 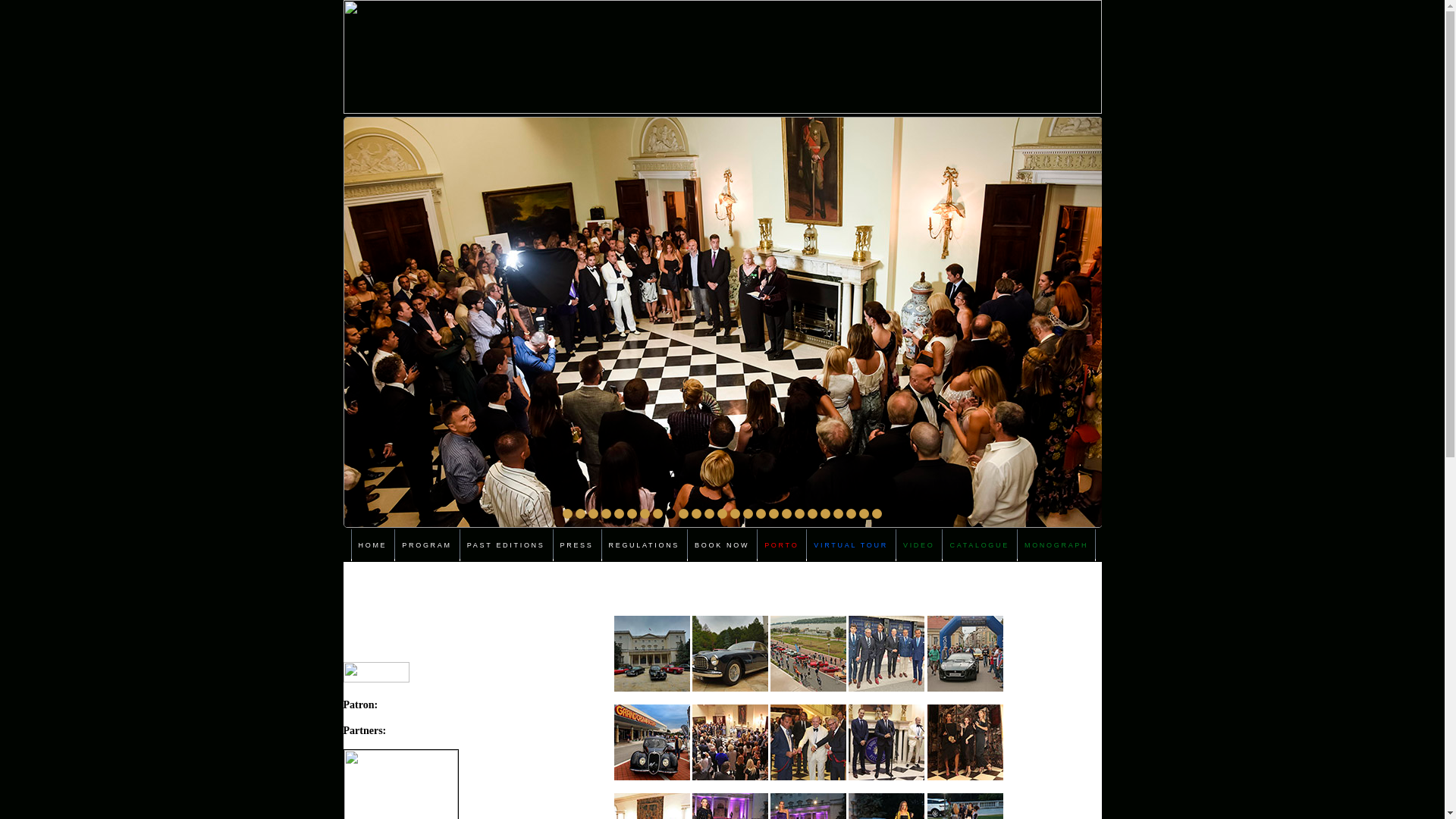 What do you see at coordinates (918, 544) in the screenshot?
I see `'VIDEO'` at bounding box center [918, 544].